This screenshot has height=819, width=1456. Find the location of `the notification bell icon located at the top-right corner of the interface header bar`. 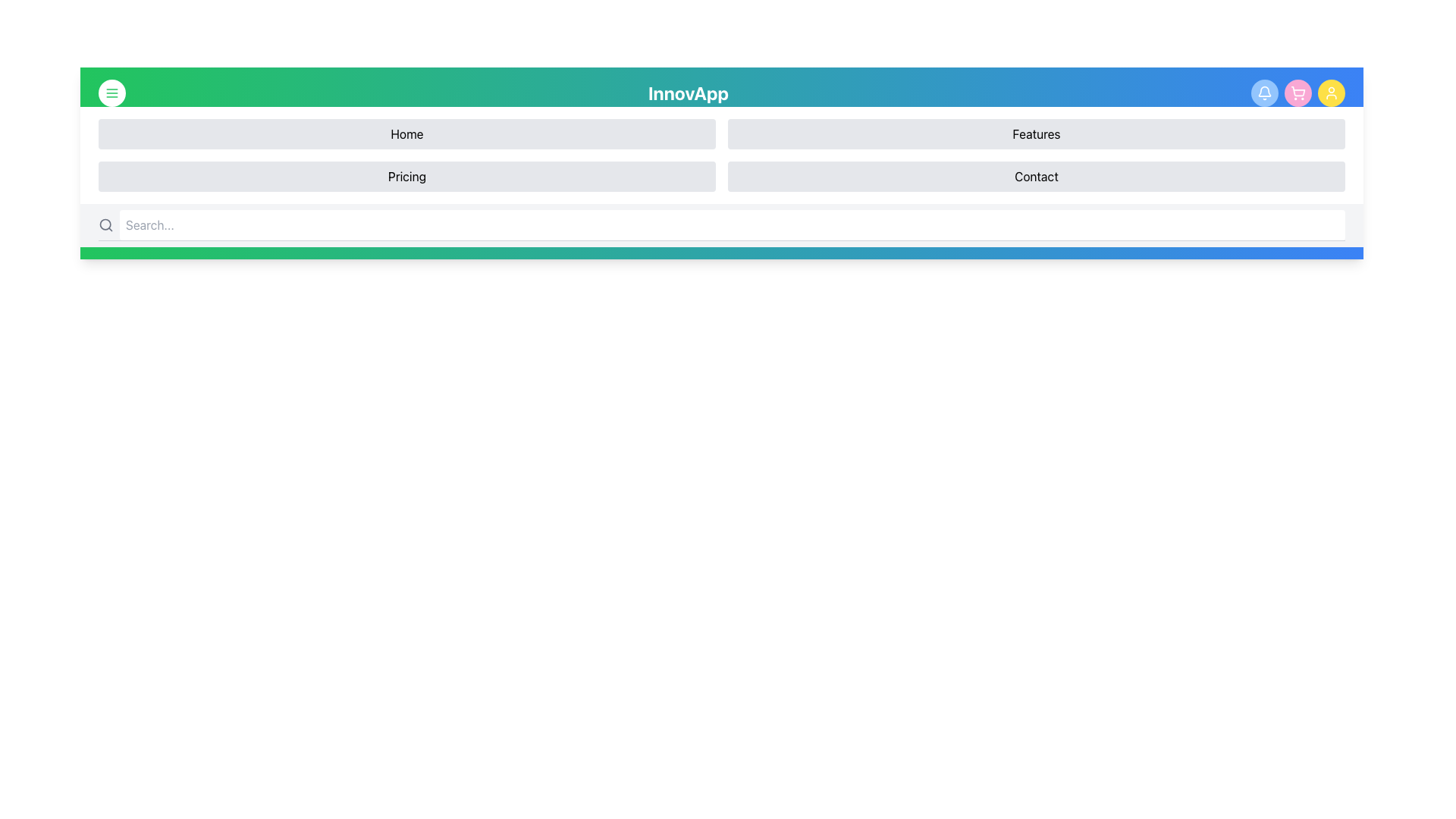

the notification bell icon located at the top-right corner of the interface header bar is located at coordinates (1265, 93).